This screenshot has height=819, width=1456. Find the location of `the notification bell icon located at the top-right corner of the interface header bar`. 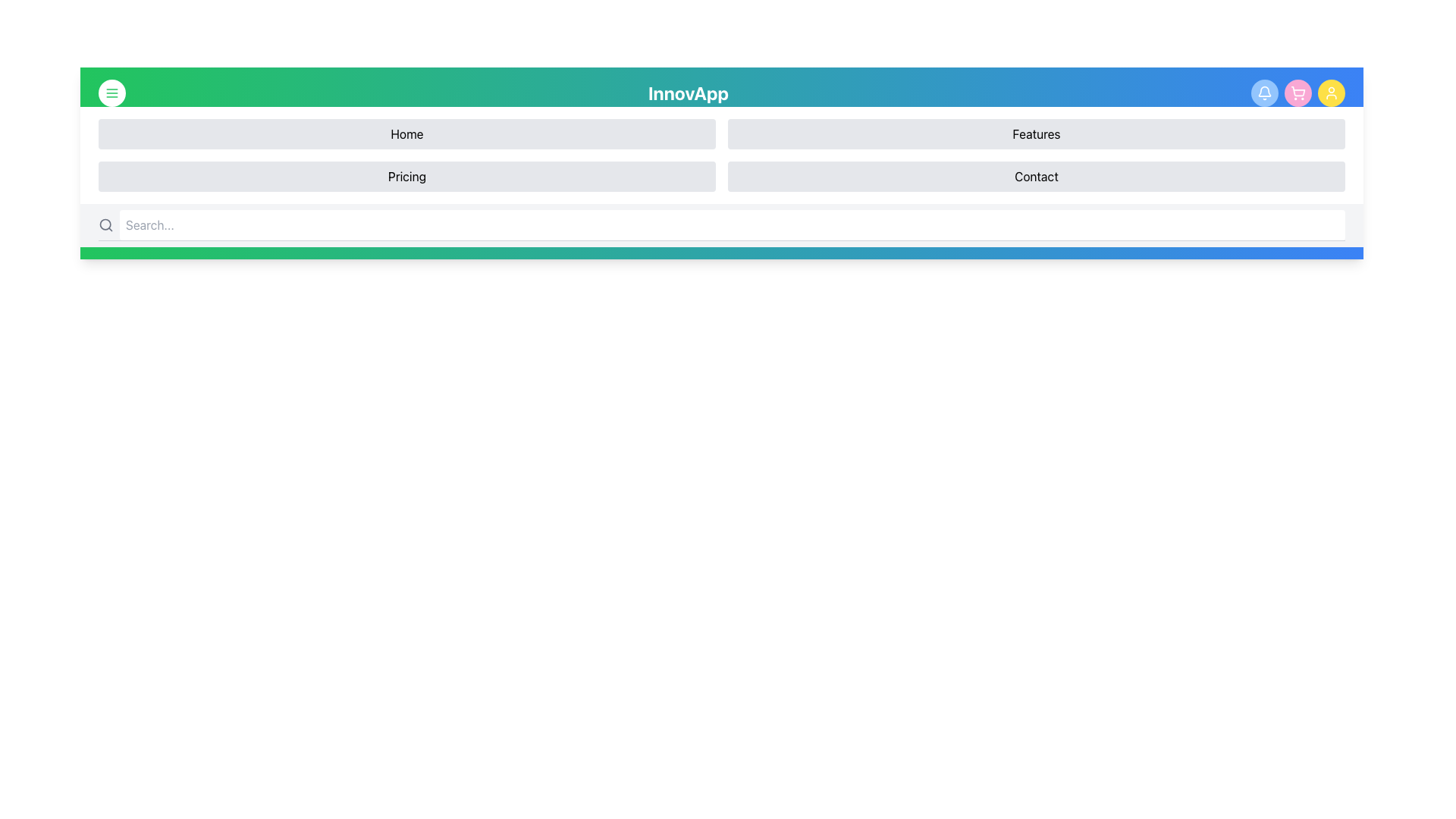

the notification bell icon located at the top-right corner of the interface header bar is located at coordinates (1265, 93).